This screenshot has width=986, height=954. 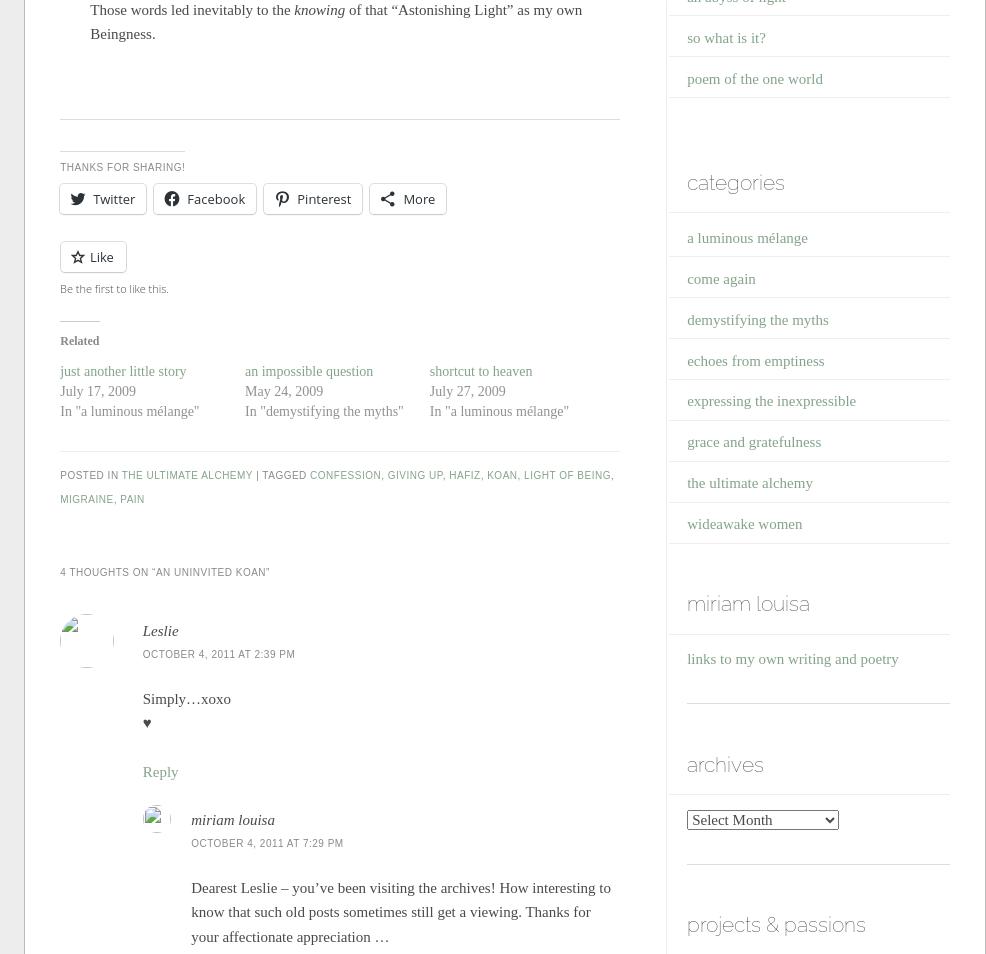 What do you see at coordinates (217, 652) in the screenshot?
I see `'October 4, 2011 at 2:39 pm'` at bounding box center [217, 652].